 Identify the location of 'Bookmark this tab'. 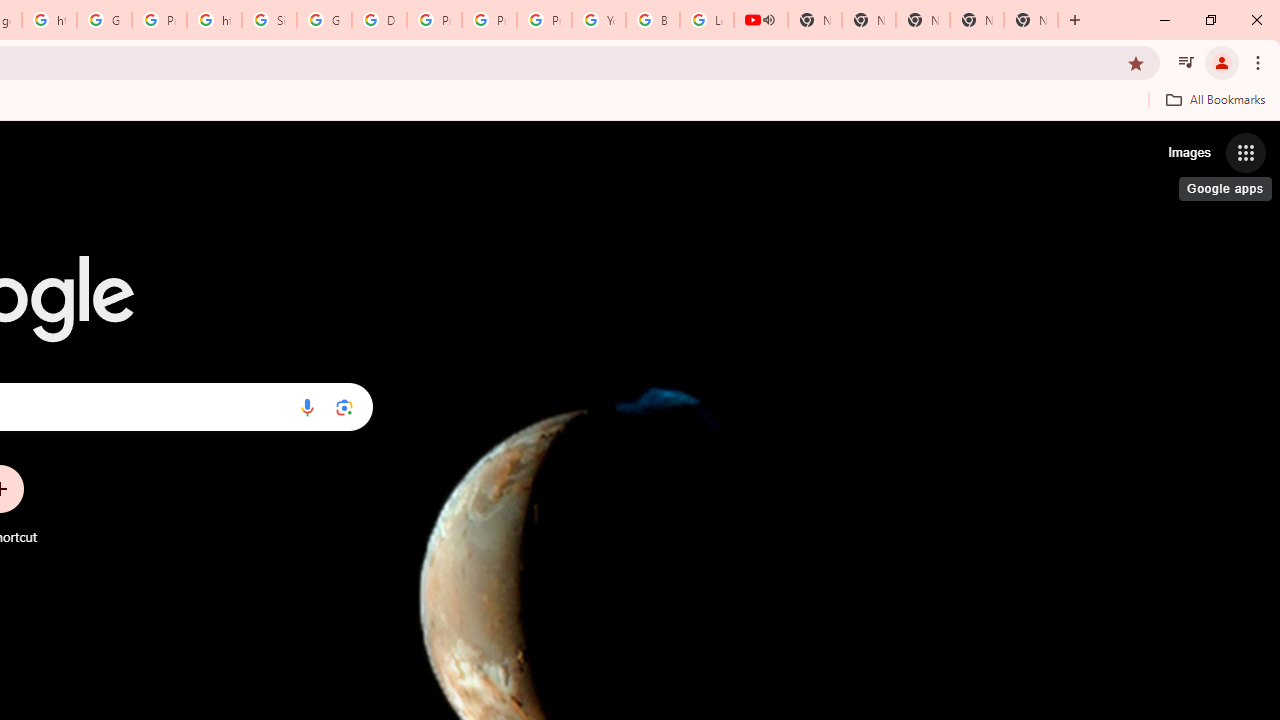
(1136, 61).